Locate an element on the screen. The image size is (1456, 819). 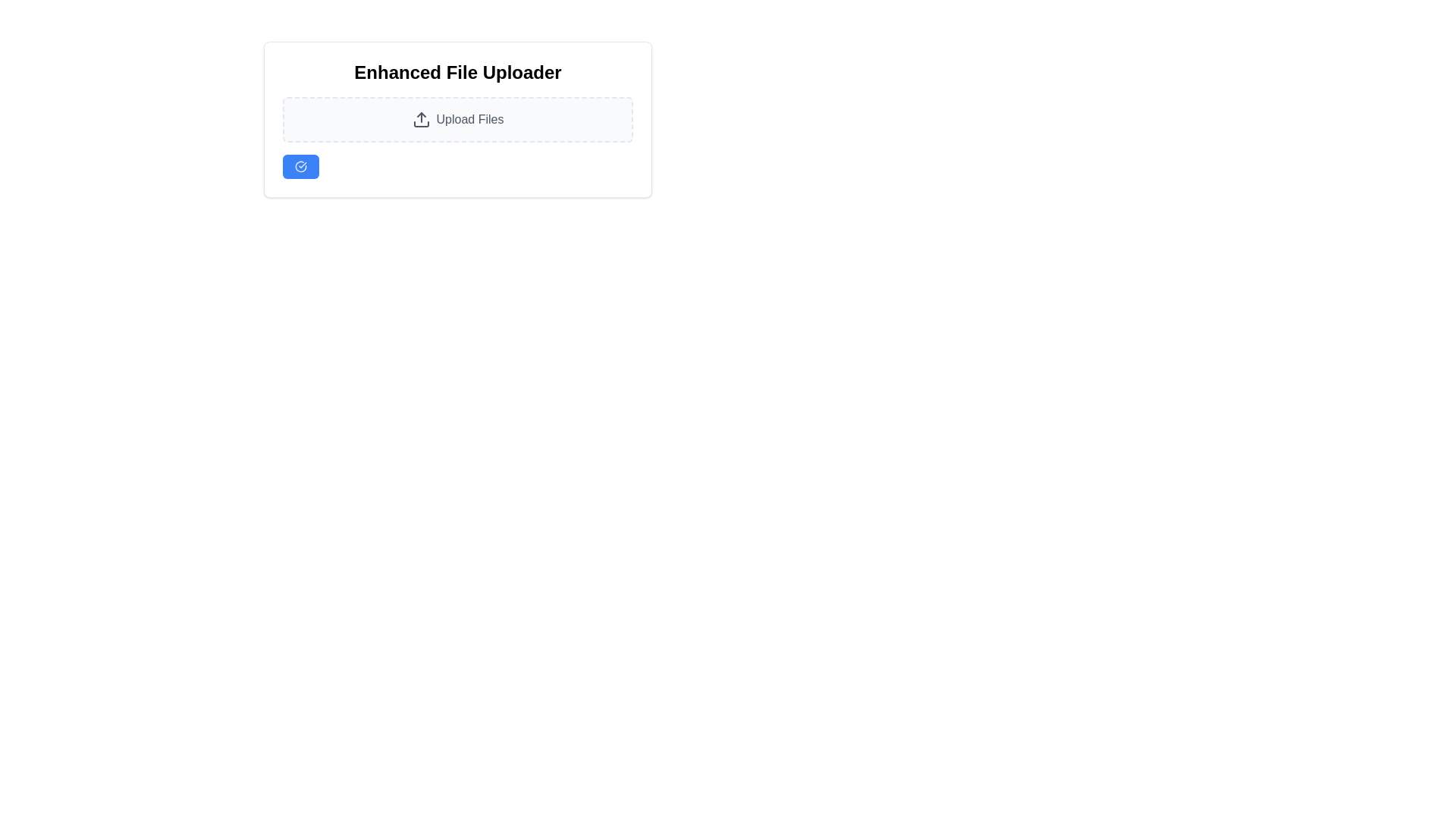
the checkmark icon within the blue circular button in the 'Enhanced File Uploader' card, which represents a confirmation action is located at coordinates (301, 166).